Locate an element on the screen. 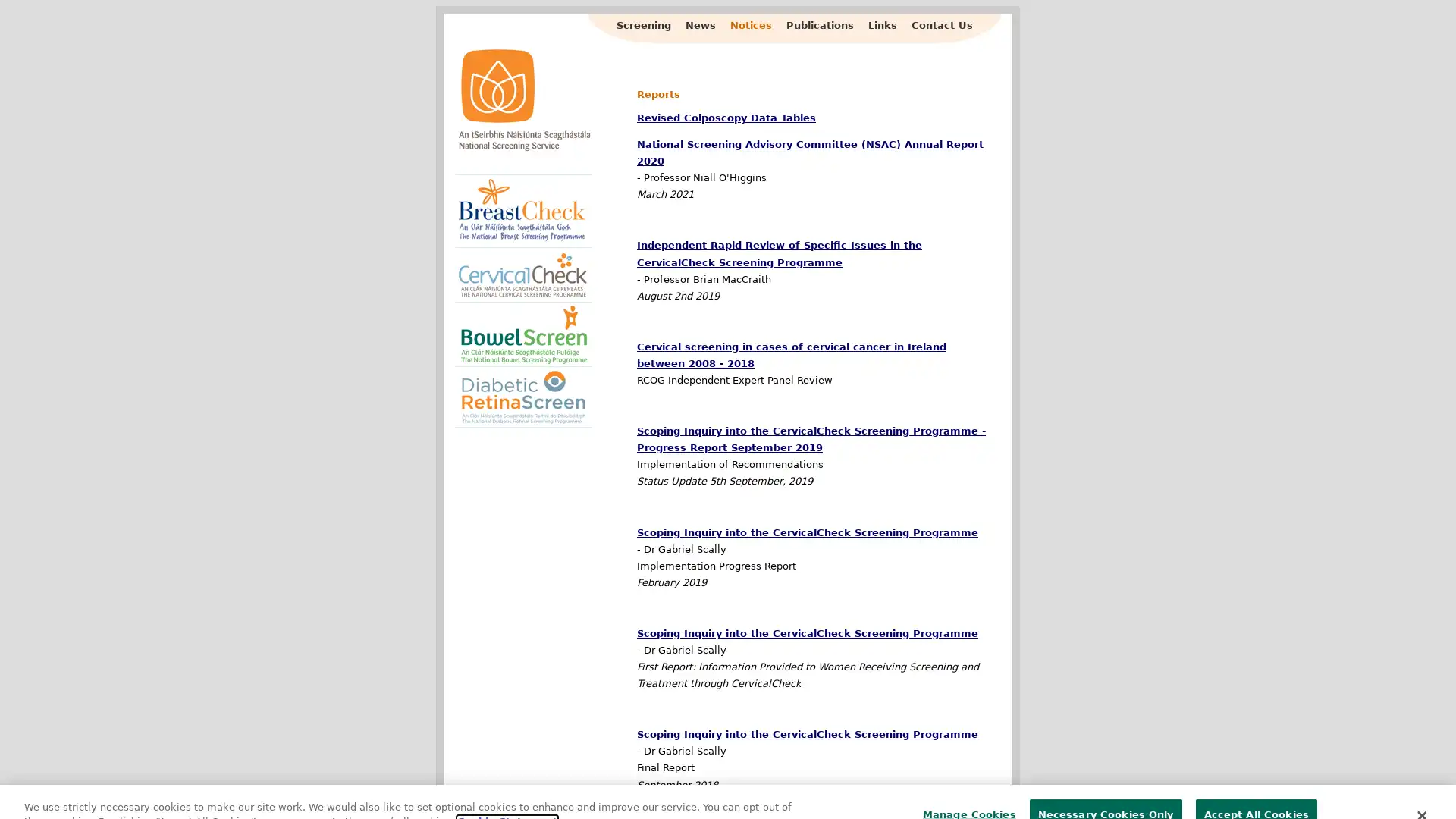 The width and height of the screenshot is (1456, 819). Close is located at coordinates (1420, 786).